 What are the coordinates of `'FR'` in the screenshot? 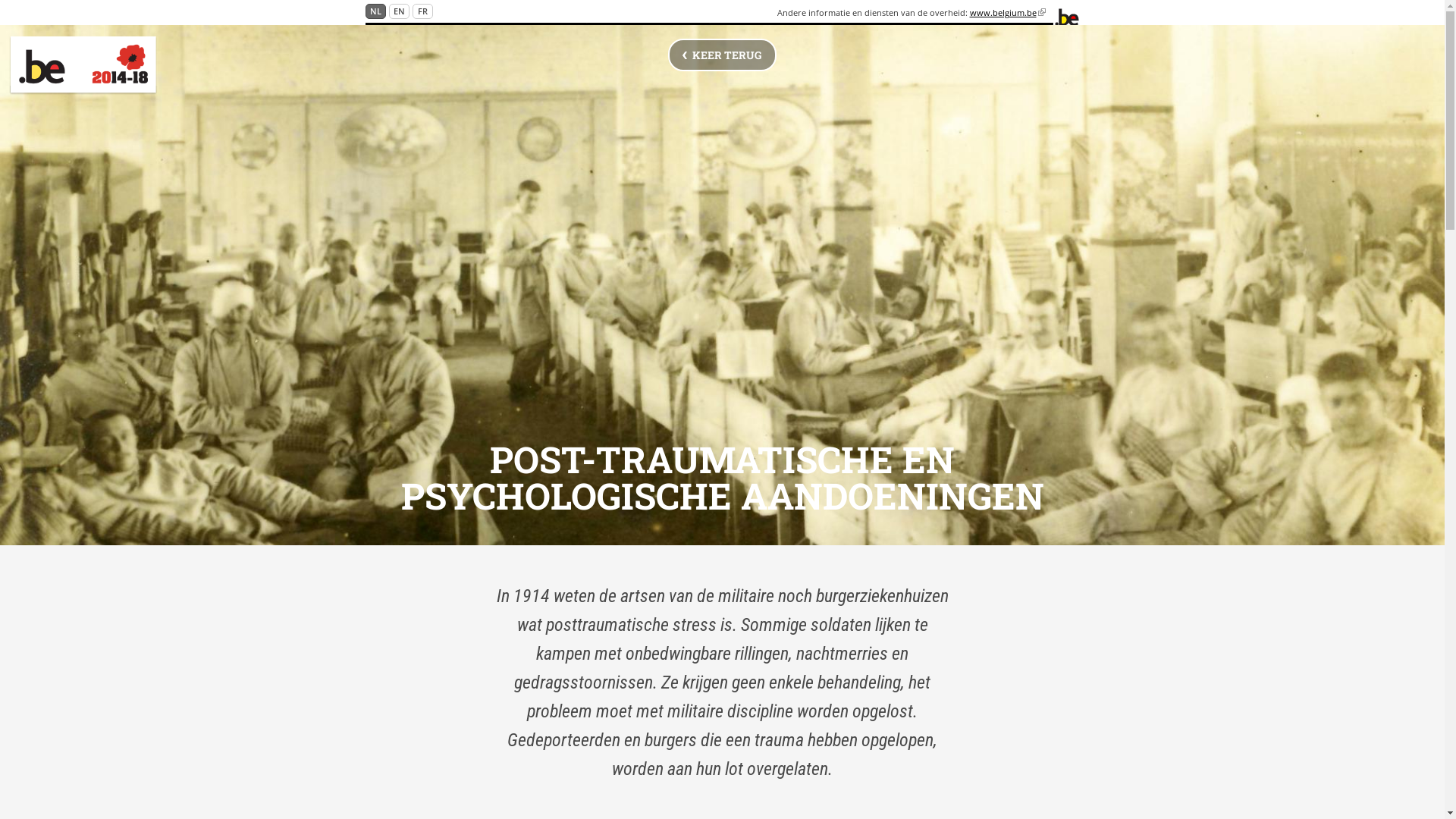 It's located at (412, 11).